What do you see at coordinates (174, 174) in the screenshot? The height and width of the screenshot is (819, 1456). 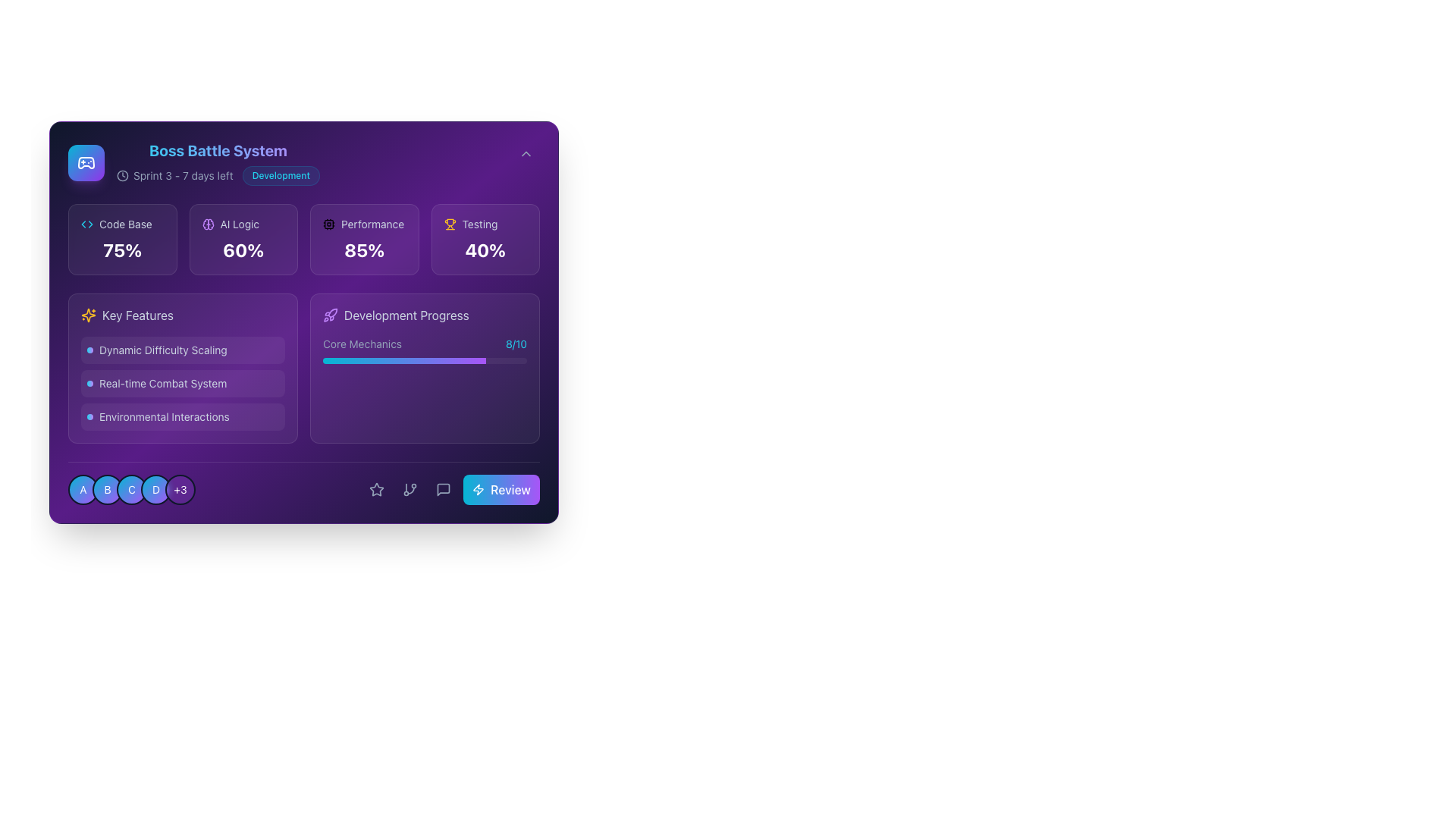 I see `text element providing information about the current sprint and time remaining, located to the left of the 'Development' label at the top of the user interface` at bounding box center [174, 174].